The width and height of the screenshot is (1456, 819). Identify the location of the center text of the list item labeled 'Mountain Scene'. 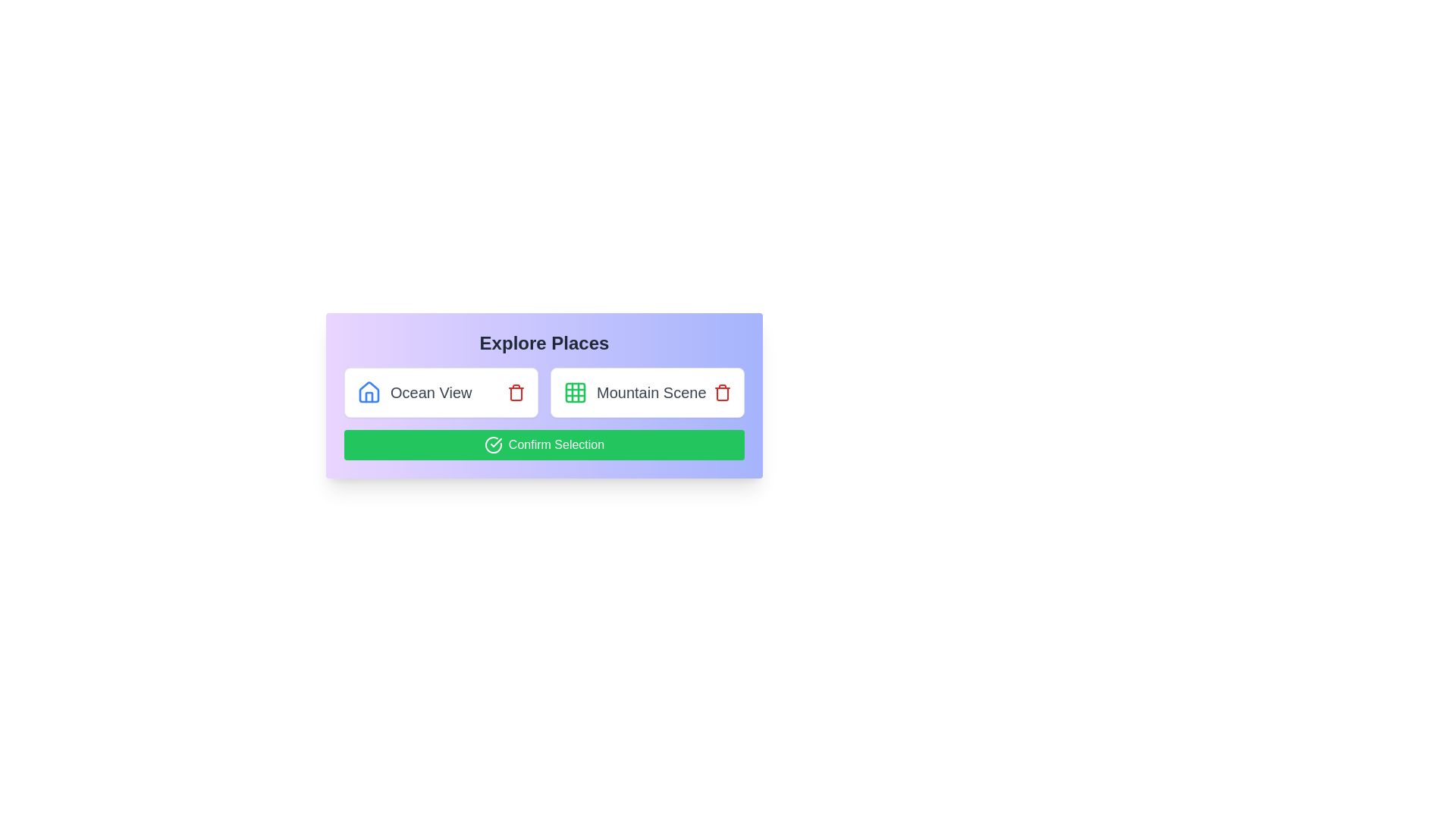
(648, 391).